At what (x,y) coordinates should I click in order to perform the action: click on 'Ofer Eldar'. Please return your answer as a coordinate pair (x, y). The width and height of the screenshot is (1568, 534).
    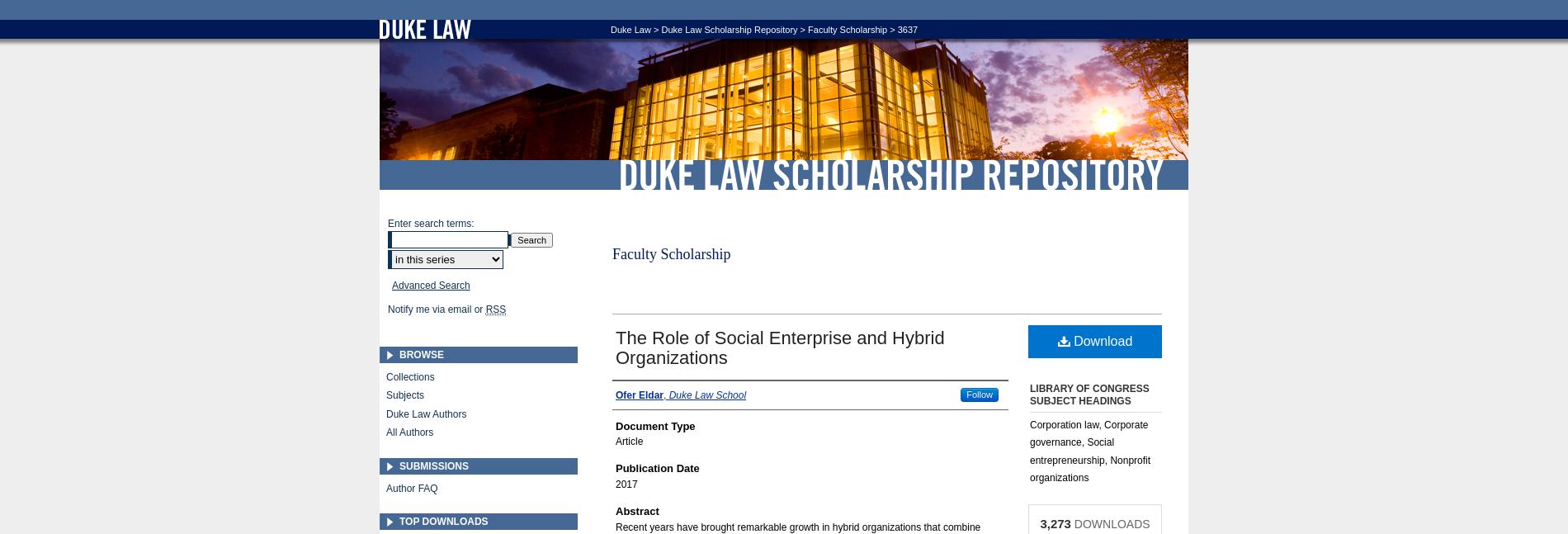
    Looking at the image, I should click on (639, 394).